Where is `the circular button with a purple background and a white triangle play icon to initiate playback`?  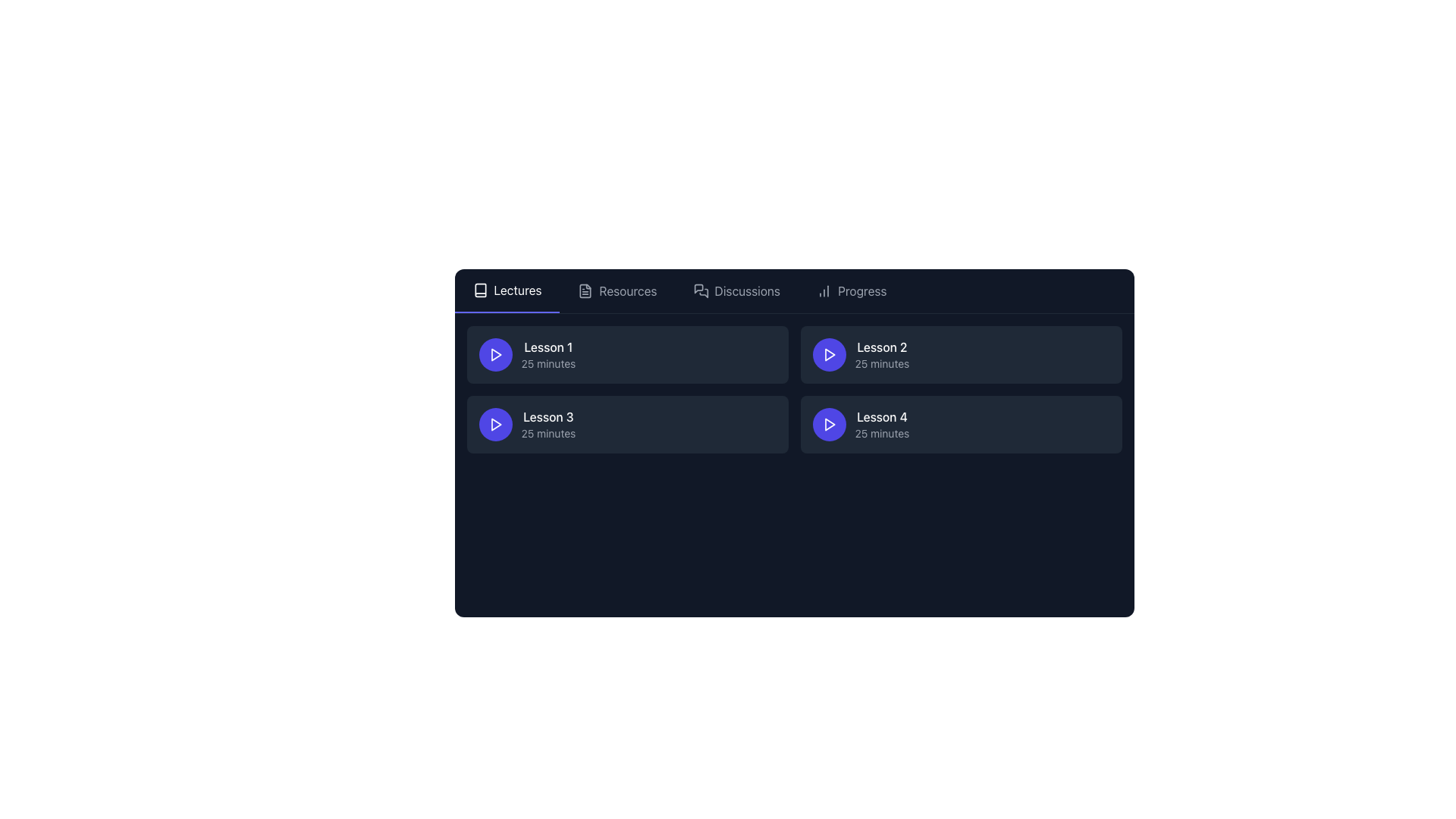
the circular button with a purple background and a white triangle play icon to initiate playback is located at coordinates (495, 354).